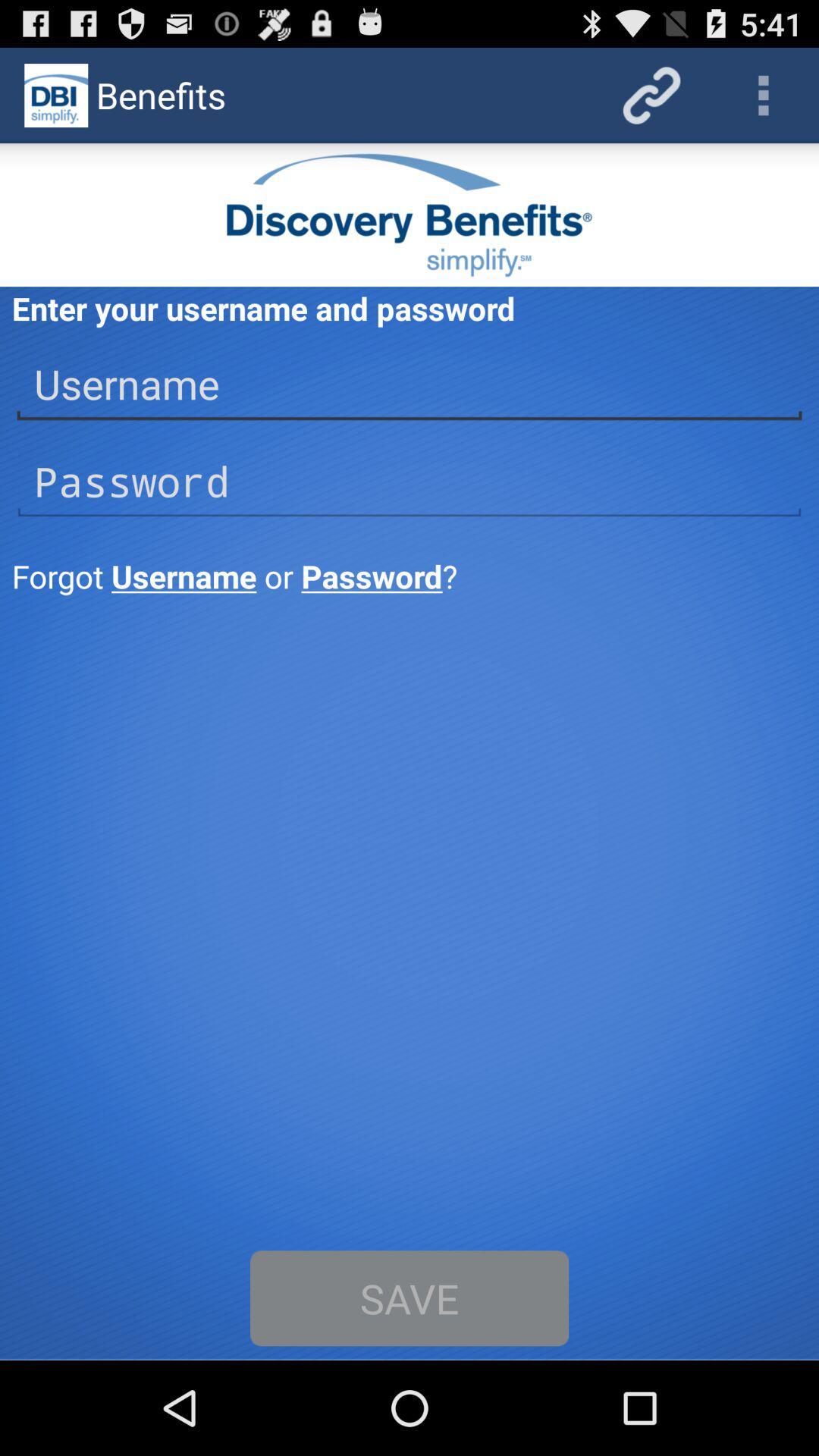  I want to click on username above password, so click(409, 384).